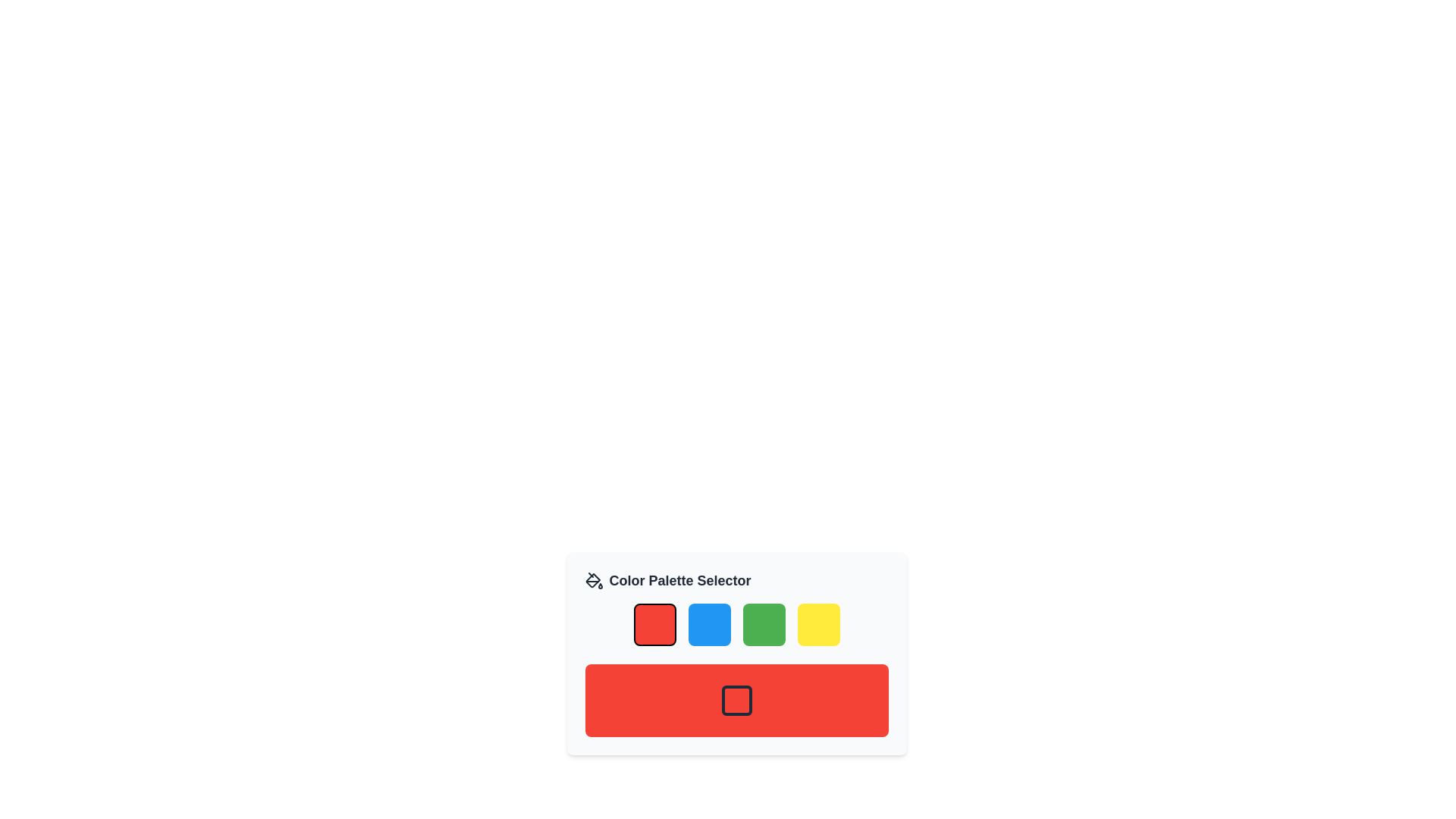 Image resolution: width=1456 pixels, height=819 pixels. I want to click on any of the colored square buttons in the Color Palette Selector, so click(736, 625).